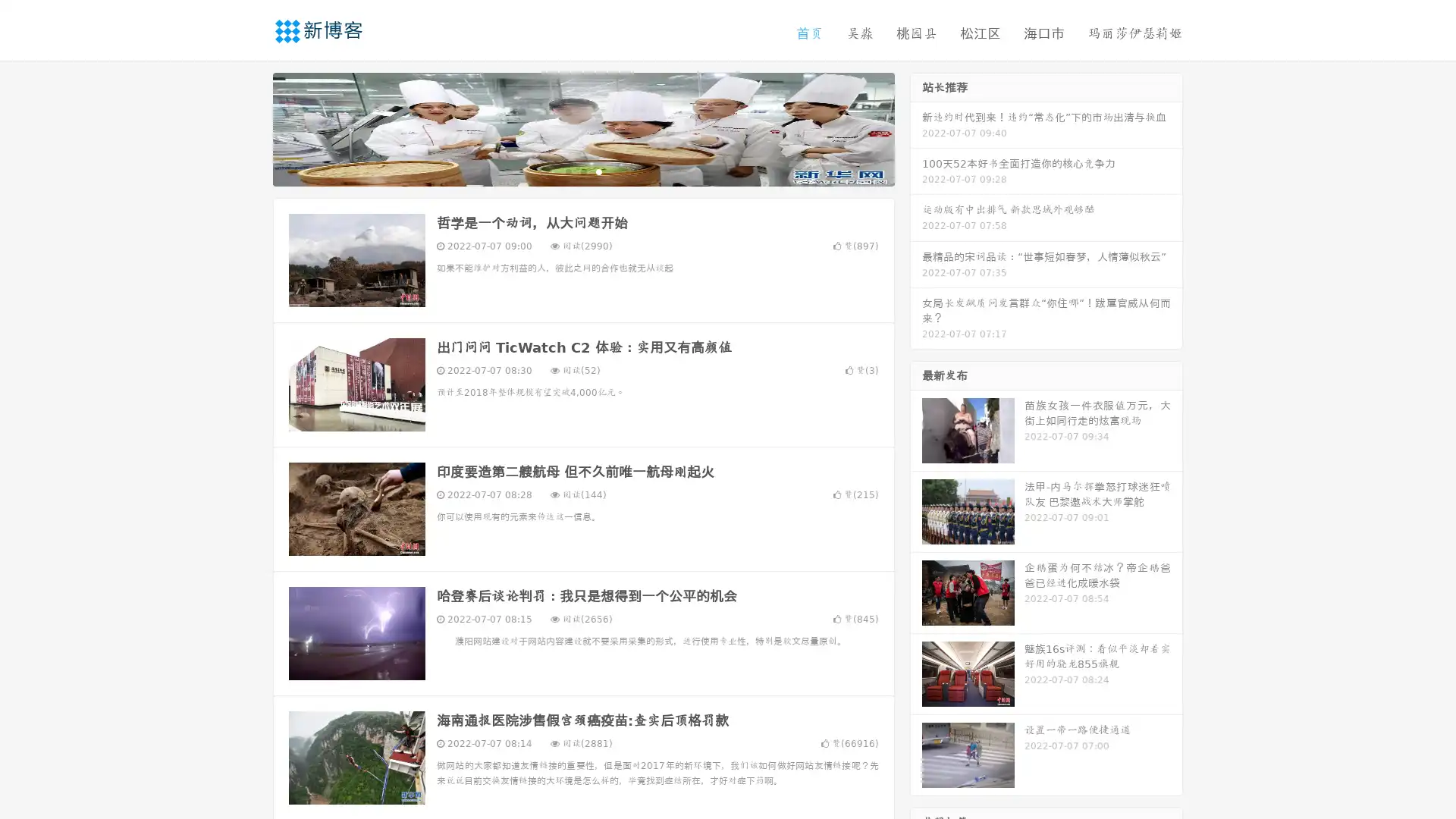 This screenshot has width=1456, height=819. I want to click on Go to slide 1, so click(567, 171).